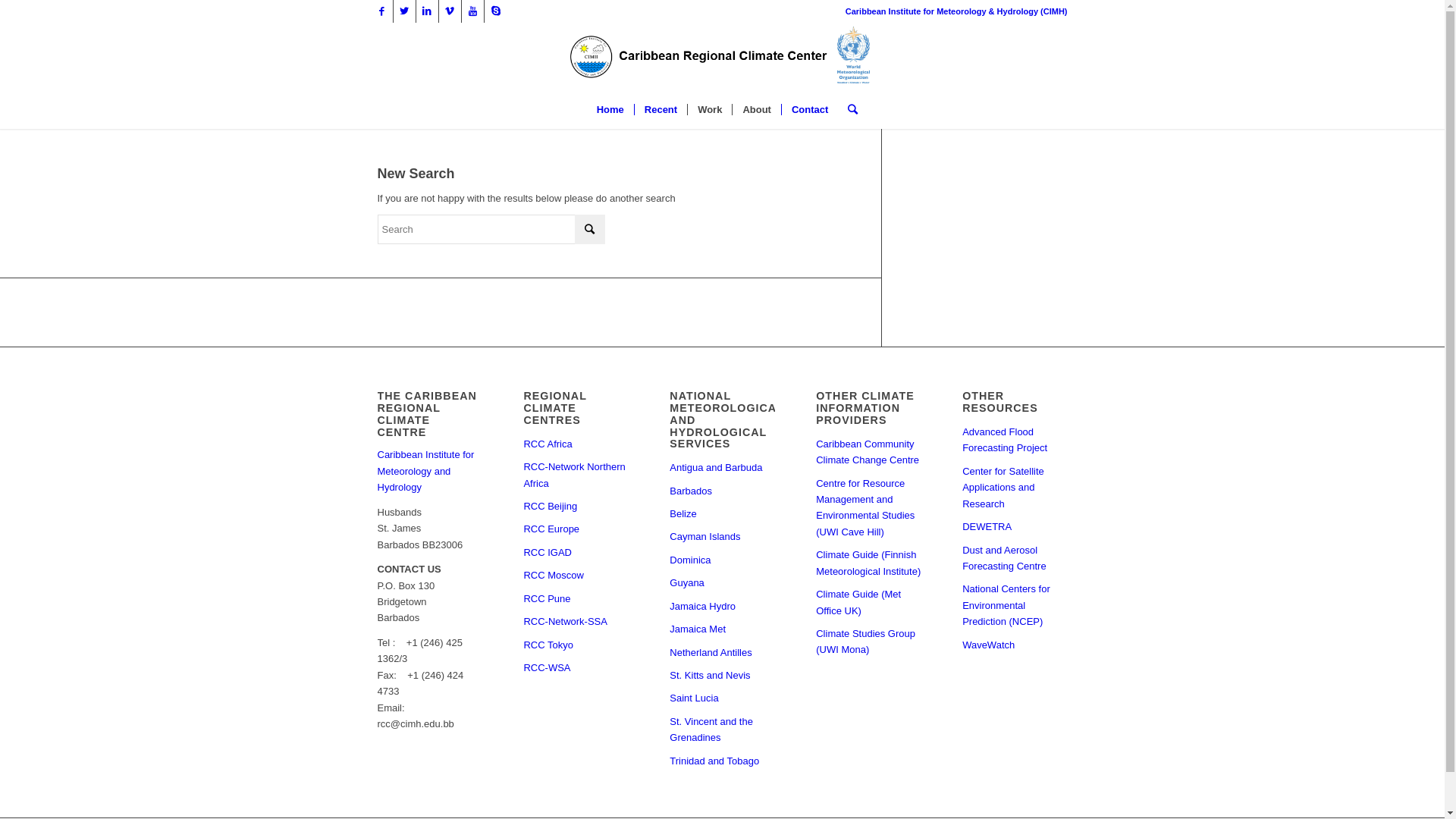  I want to click on 'Vimeo', so click(448, 11).